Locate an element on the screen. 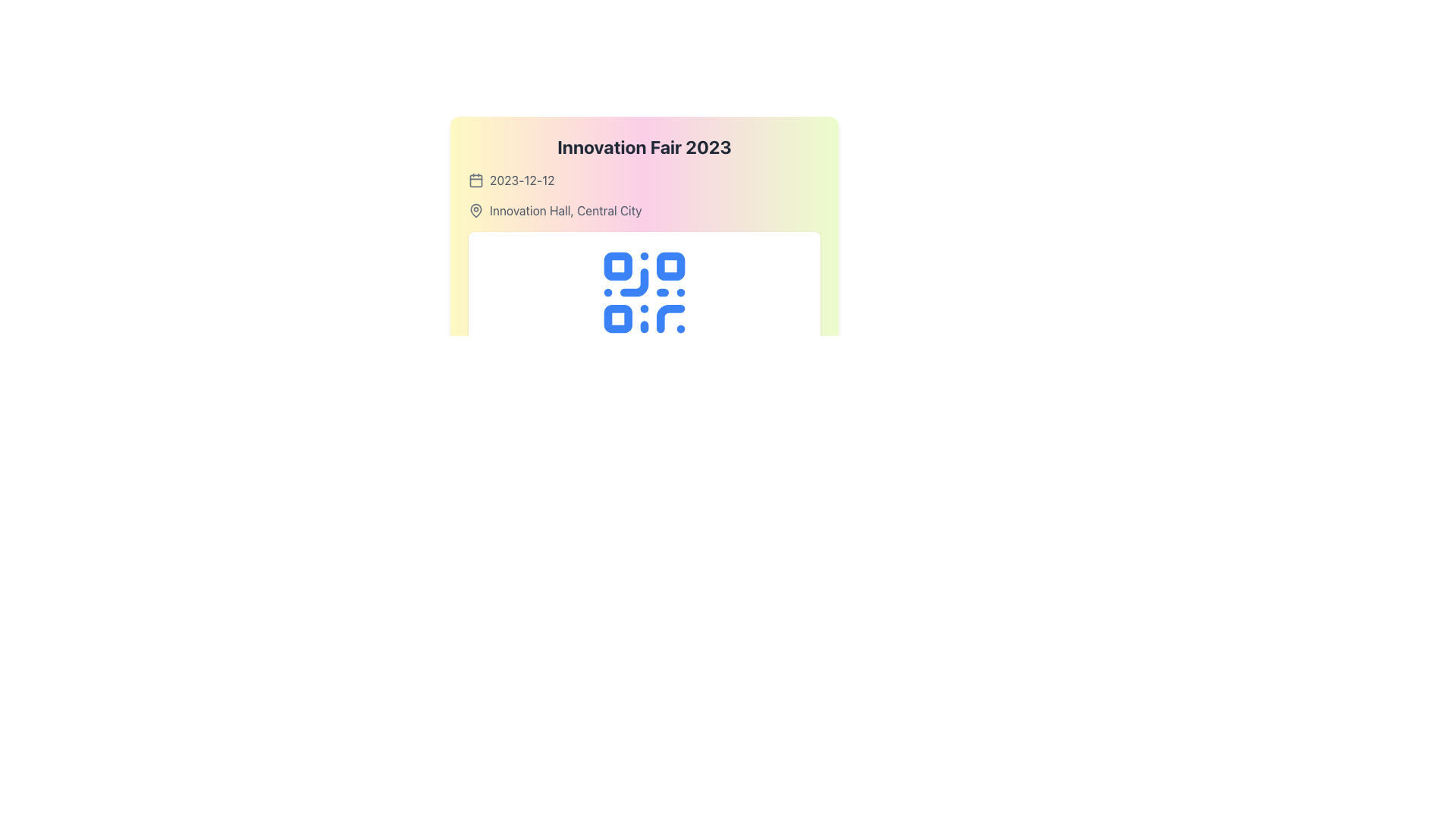 The height and width of the screenshot is (819, 1456). QR-code styled SVG icon with a vibrant blue color located below the text 'Innovation Fair 2023' for technical details is located at coordinates (644, 292).